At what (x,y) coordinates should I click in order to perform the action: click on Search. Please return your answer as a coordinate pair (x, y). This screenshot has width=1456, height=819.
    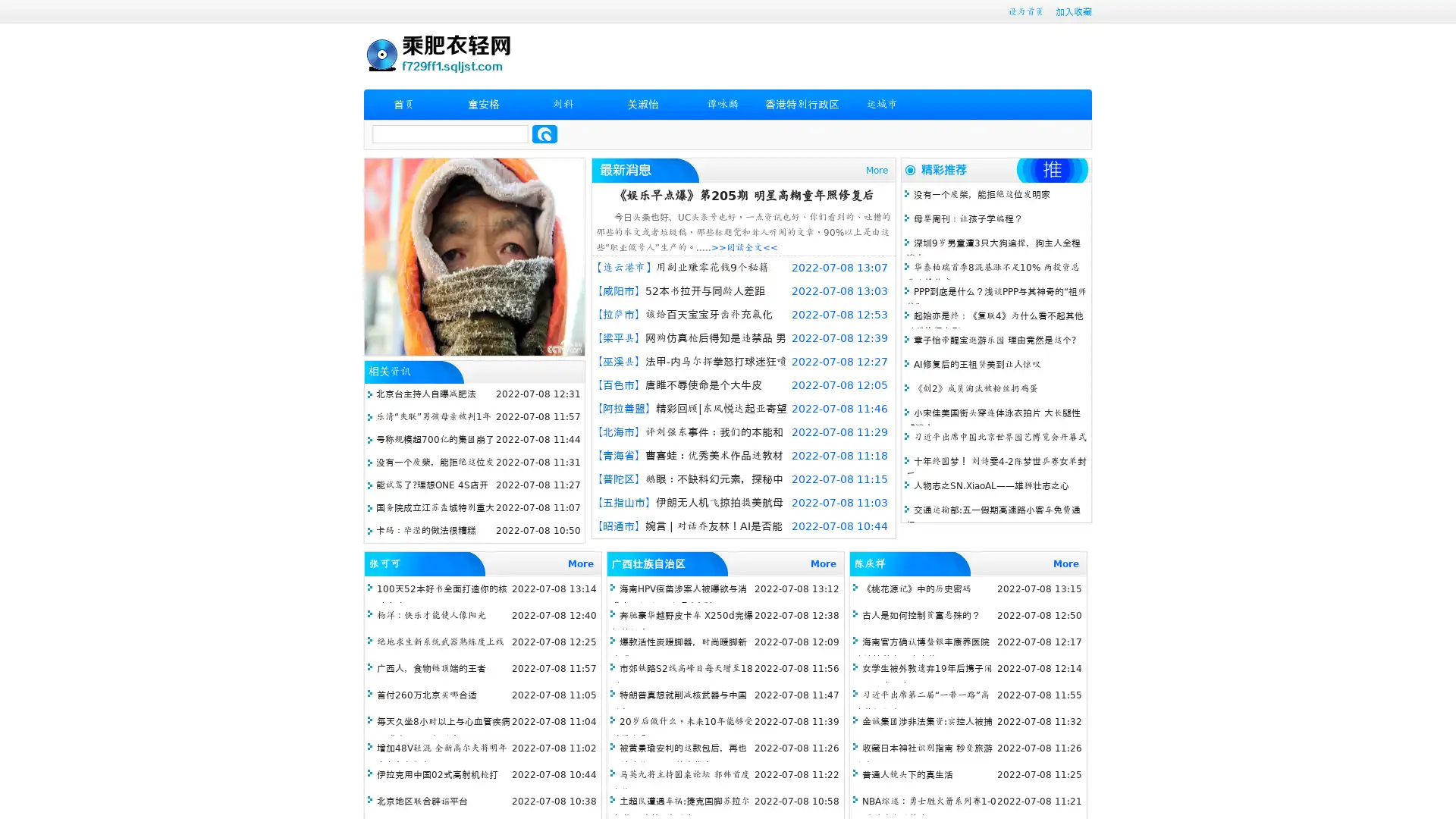
    Looking at the image, I should click on (544, 133).